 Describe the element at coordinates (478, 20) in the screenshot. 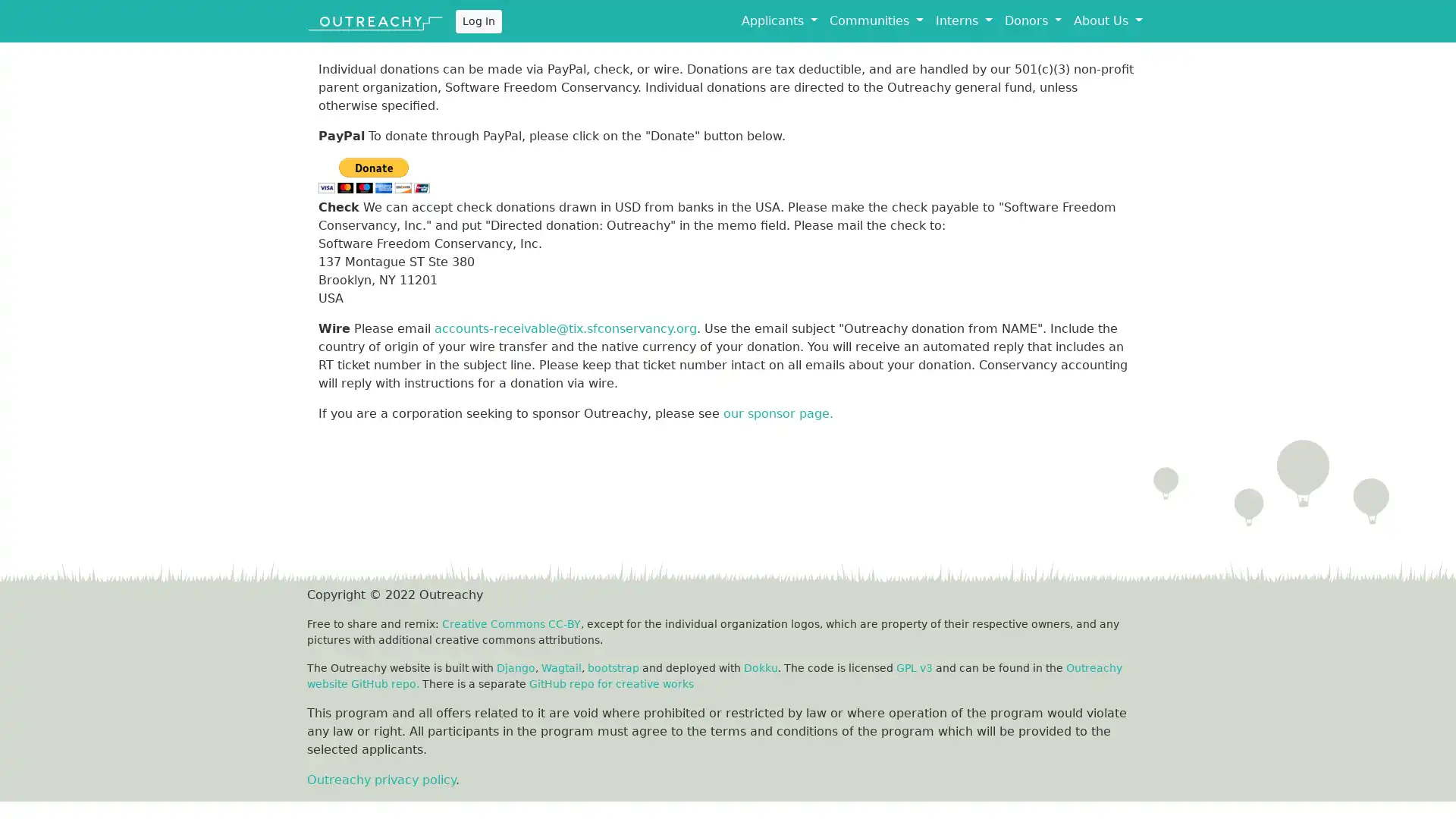

I see `Log In` at that location.